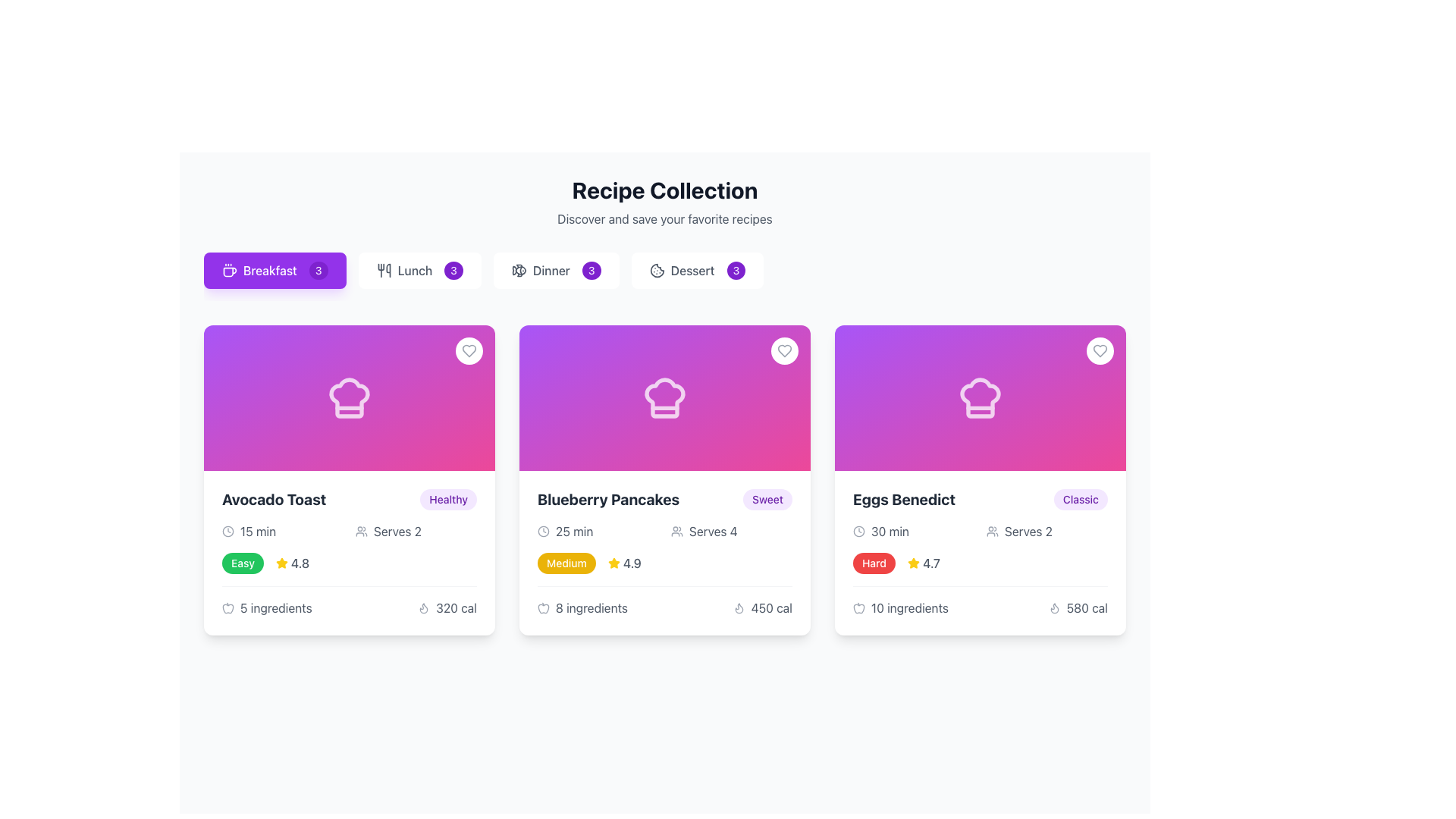 This screenshot has height=819, width=1456. I want to click on the small, apple-shaped gray icon located within the 'Blueberry Pancakes' card, just before the number of ingredients text in the '8 ingredients' section, so click(543, 607).